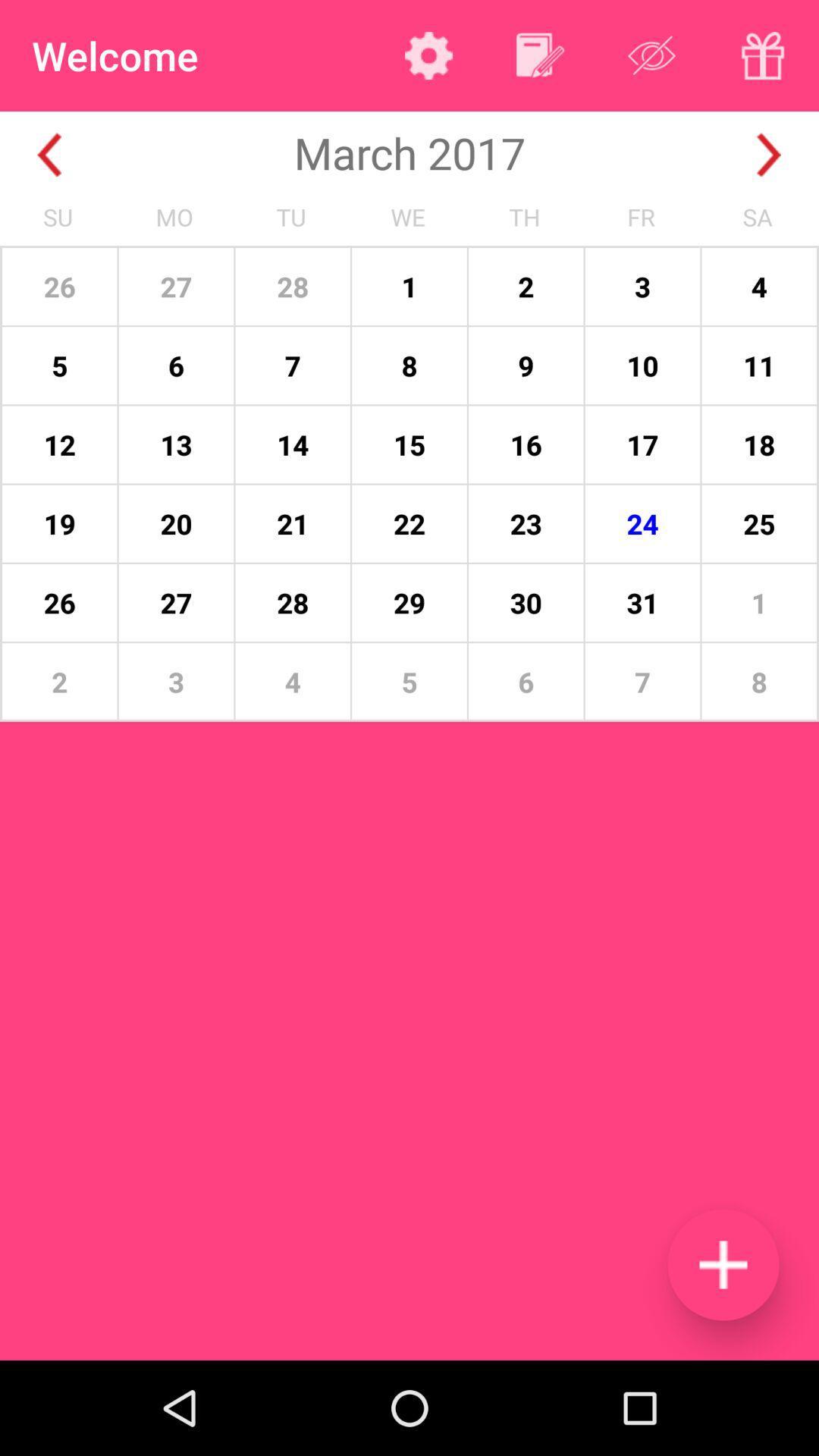 The width and height of the screenshot is (819, 1456). What do you see at coordinates (409, 152) in the screenshot?
I see `the march 2017 icon` at bounding box center [409, 152].